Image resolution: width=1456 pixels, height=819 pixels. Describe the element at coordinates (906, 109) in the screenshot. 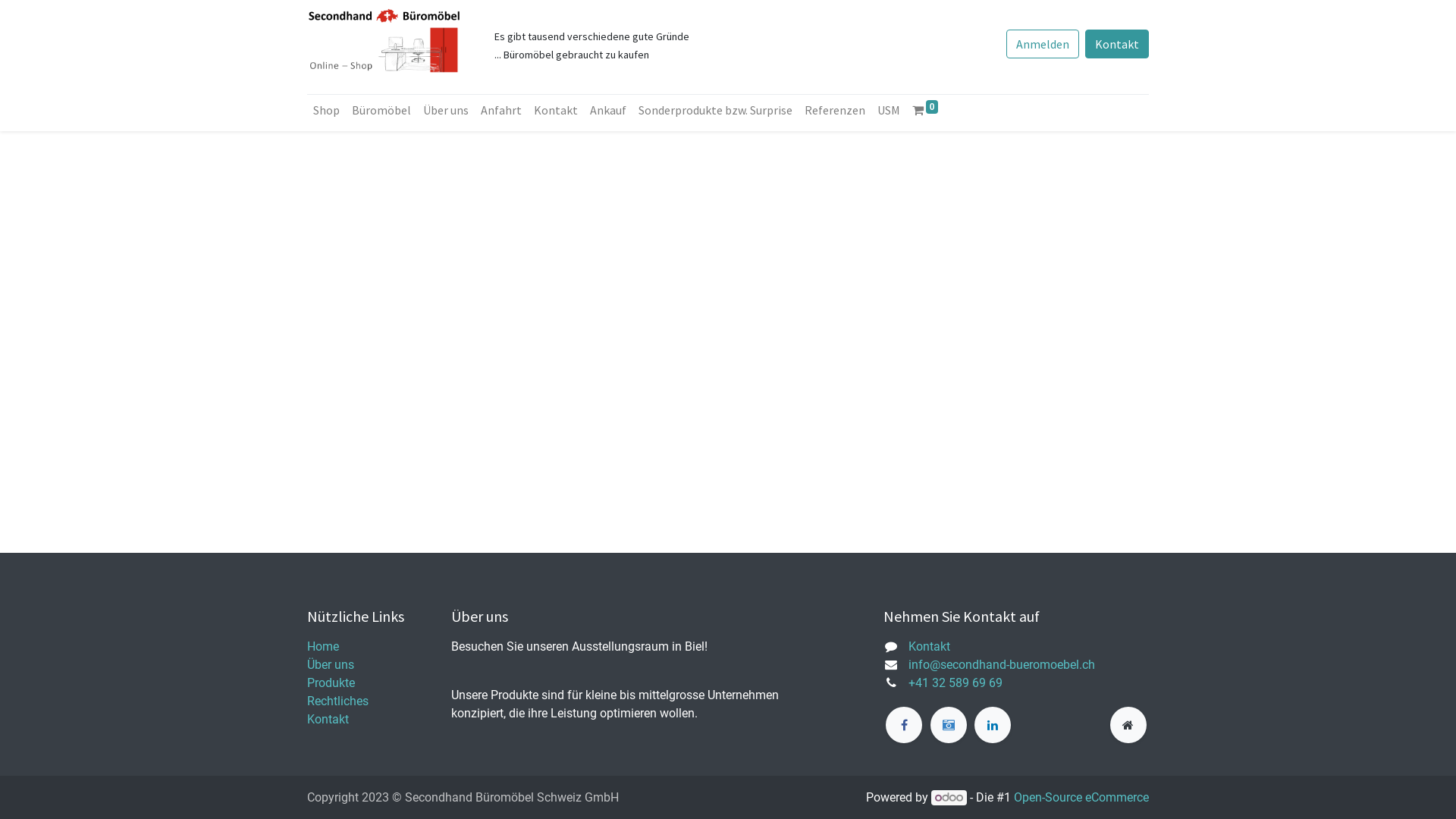

I see `'0'` at that location.